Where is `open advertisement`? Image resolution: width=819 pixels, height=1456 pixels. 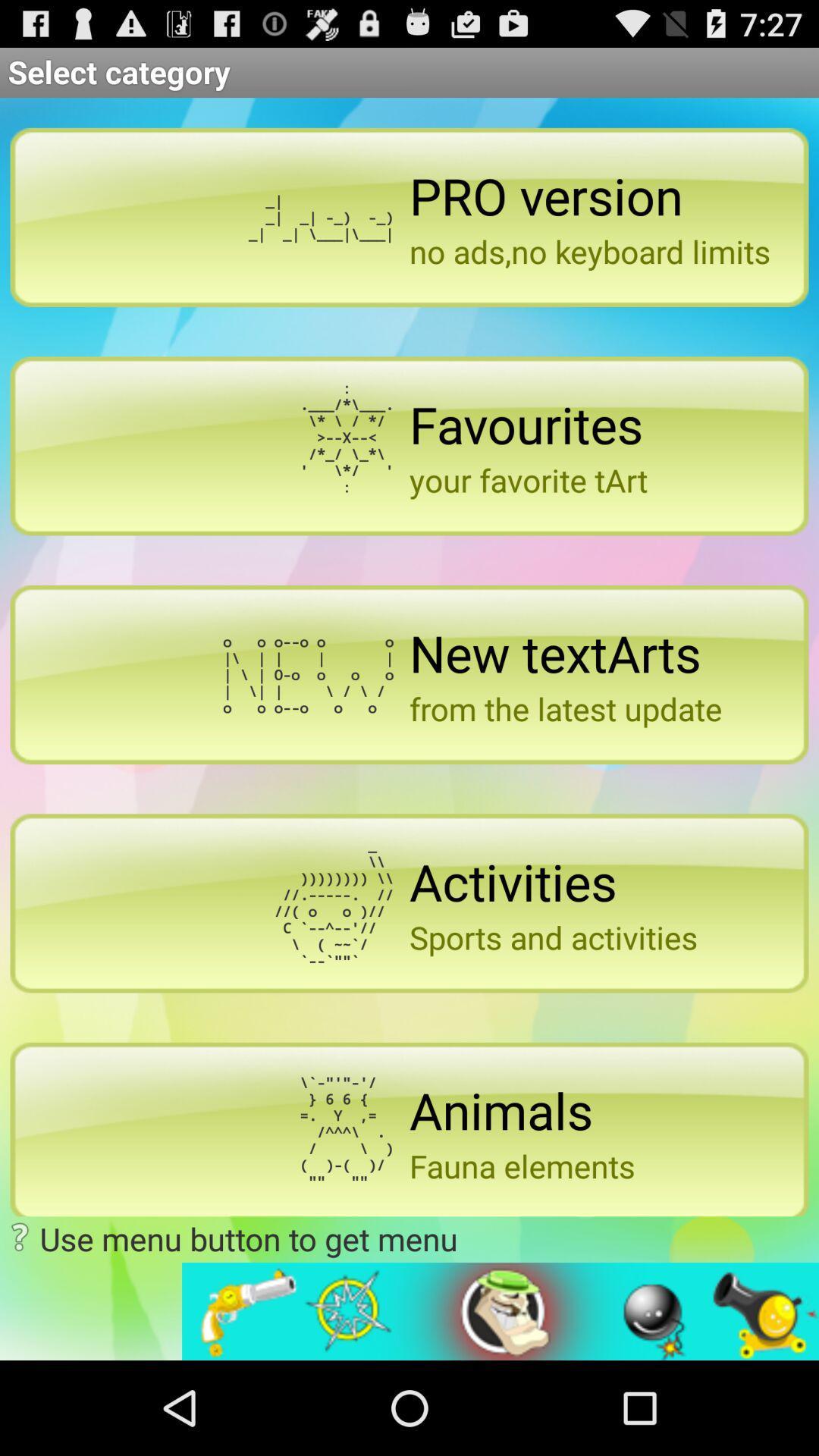 open advertisement is located at coordinates (500, 1310).